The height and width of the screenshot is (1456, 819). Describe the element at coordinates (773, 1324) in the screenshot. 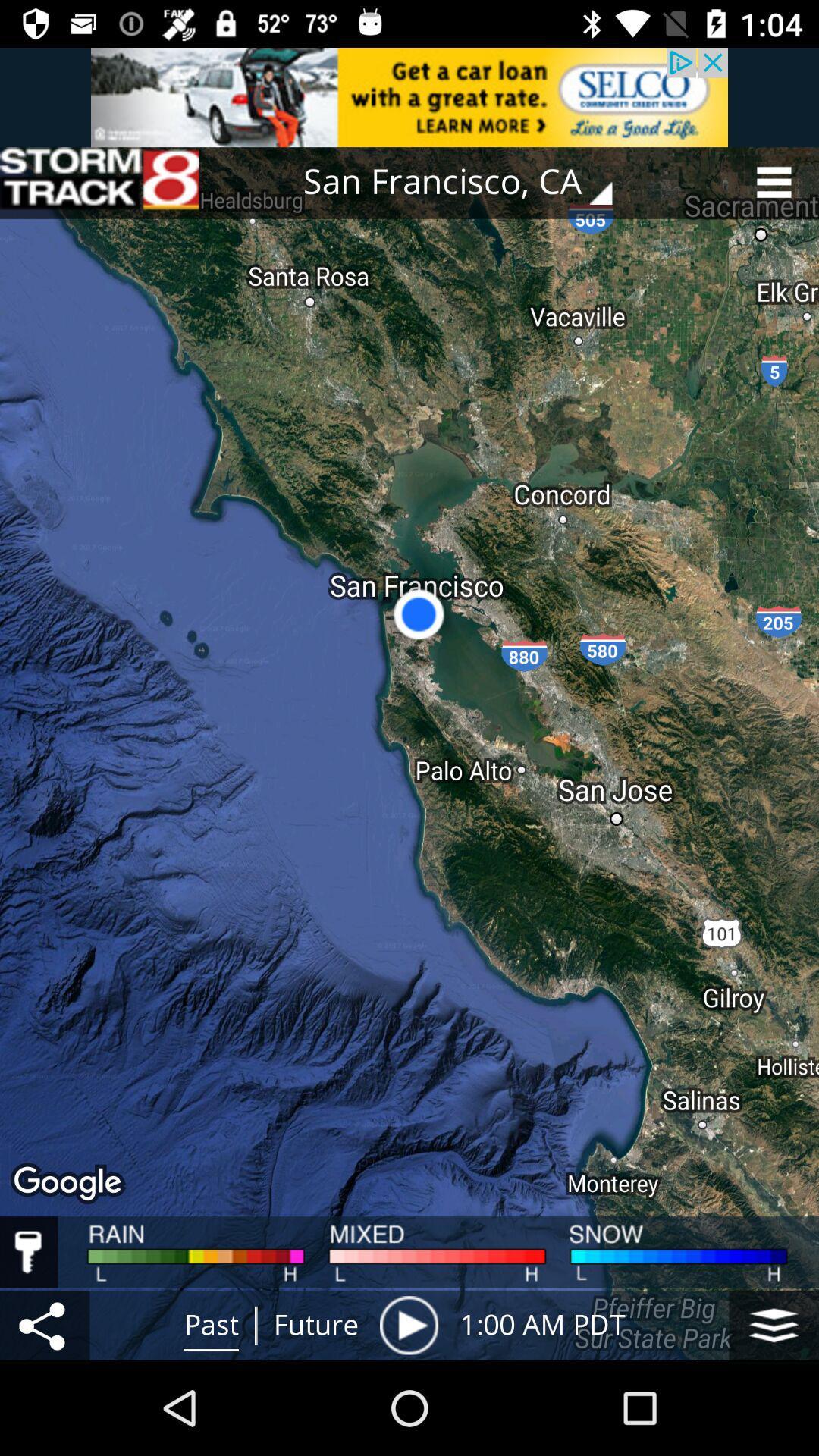

I see `the layers icon` at that location.